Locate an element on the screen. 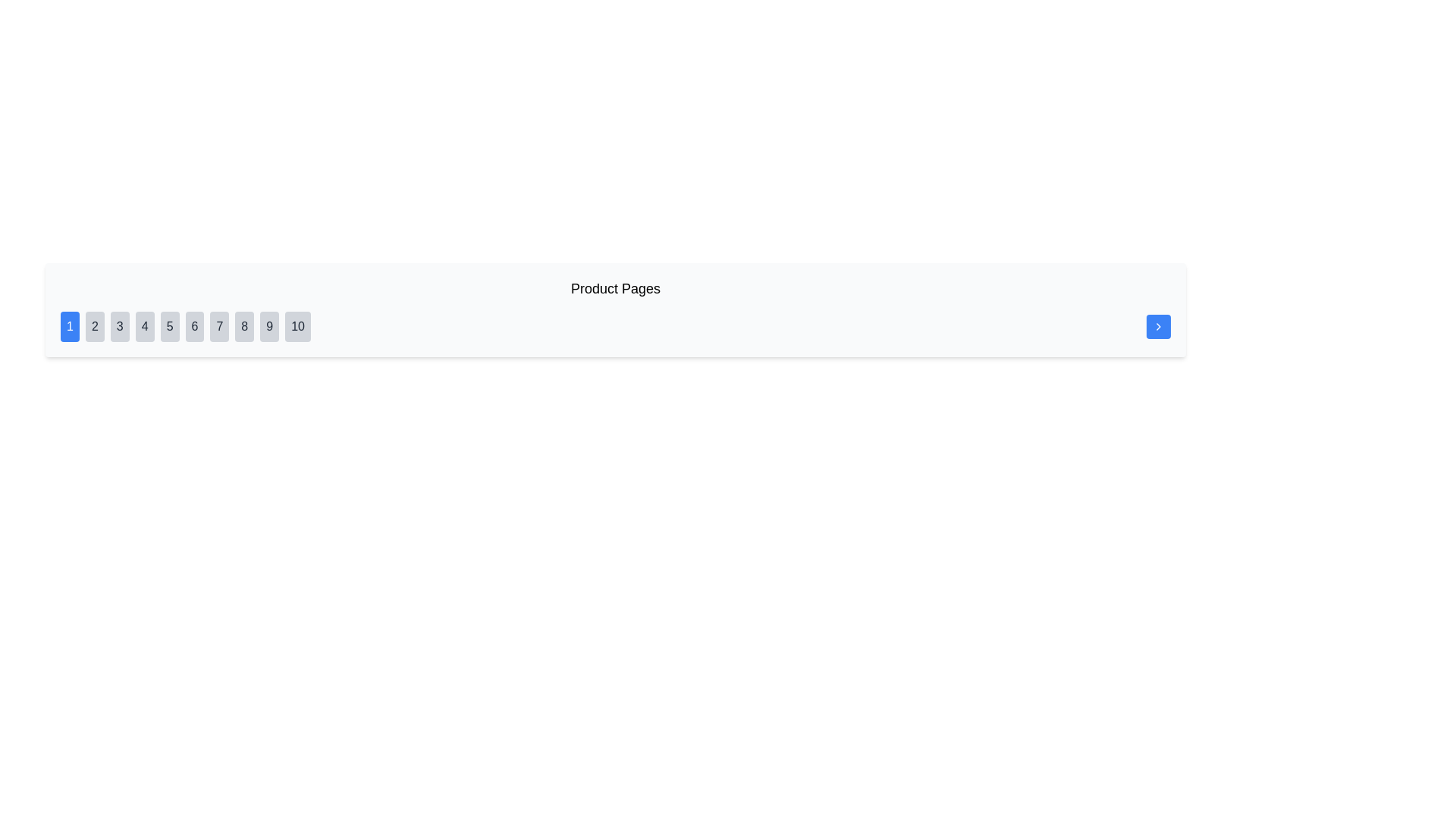 The image size is (1456, 819). the chevron icon pointing to the right, which is styled in white on a blue circular background is located at coordinates (1157, 326).